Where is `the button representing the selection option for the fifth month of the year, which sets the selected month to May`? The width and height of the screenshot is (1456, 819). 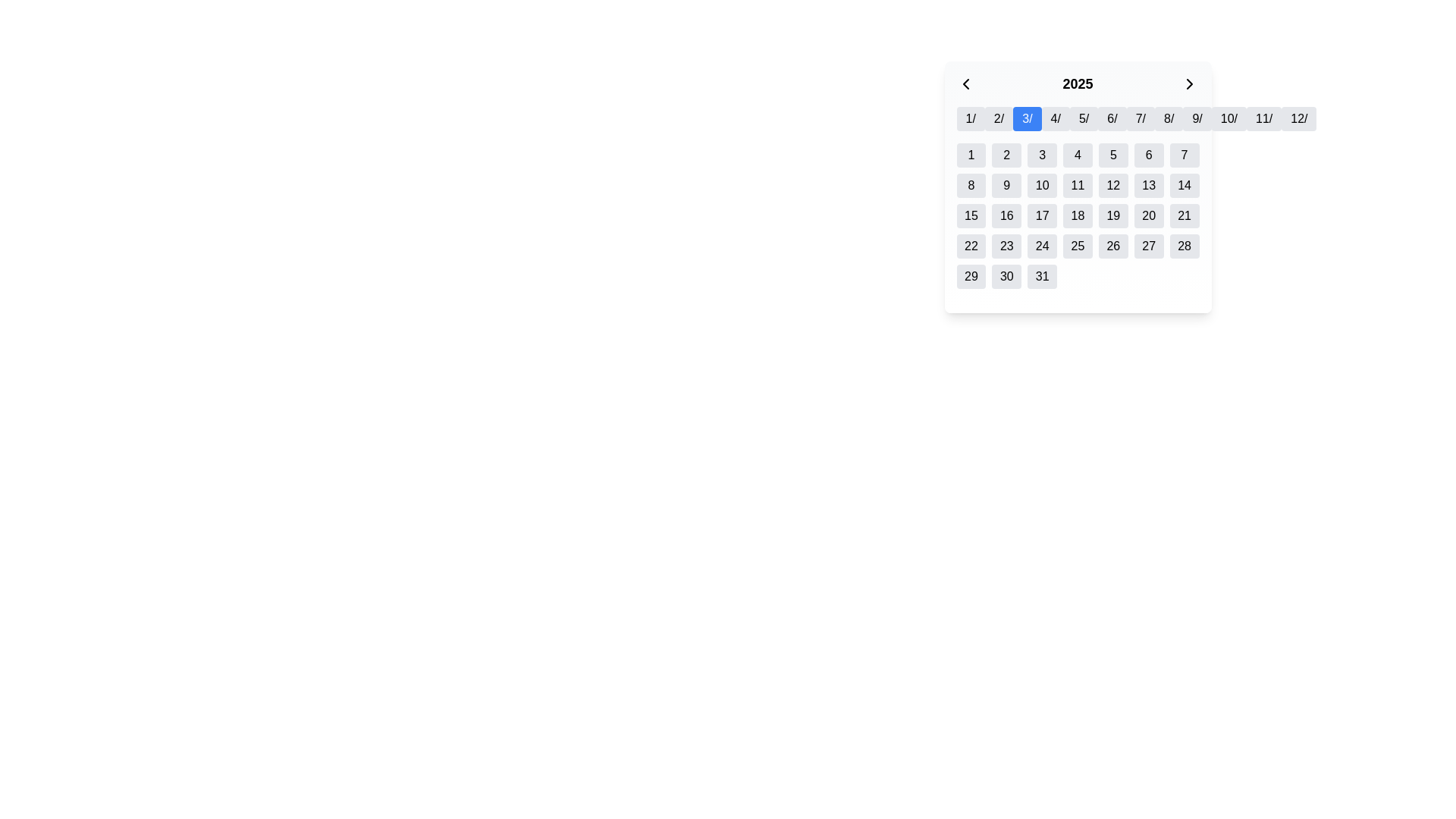
the button representing the selection option for the fifth month of the year, which sets the selected month to May is located at coordinates (1083, 118).